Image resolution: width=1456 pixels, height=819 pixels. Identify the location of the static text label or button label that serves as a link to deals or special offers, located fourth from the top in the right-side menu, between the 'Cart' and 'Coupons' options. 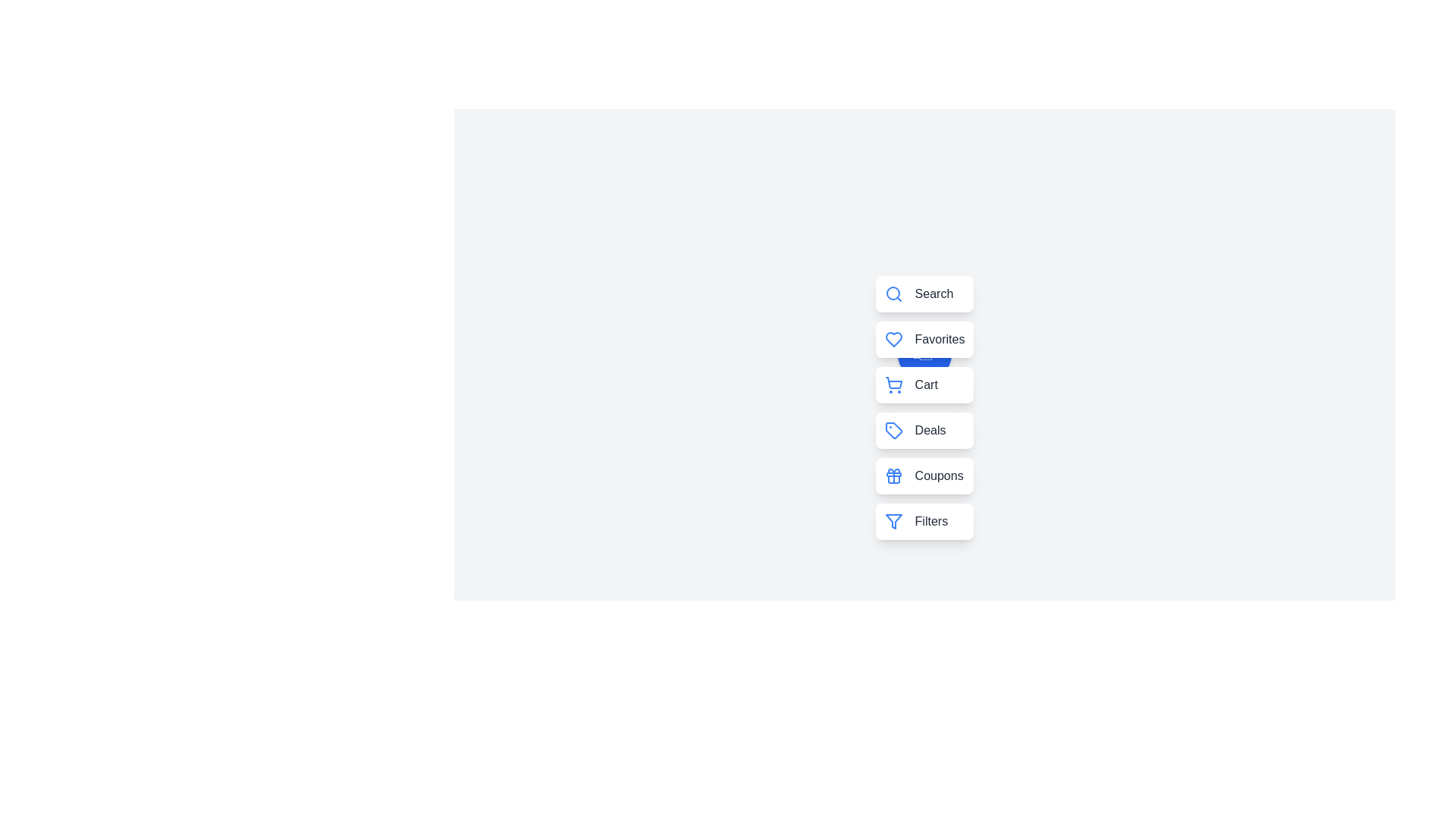
(930, 430).